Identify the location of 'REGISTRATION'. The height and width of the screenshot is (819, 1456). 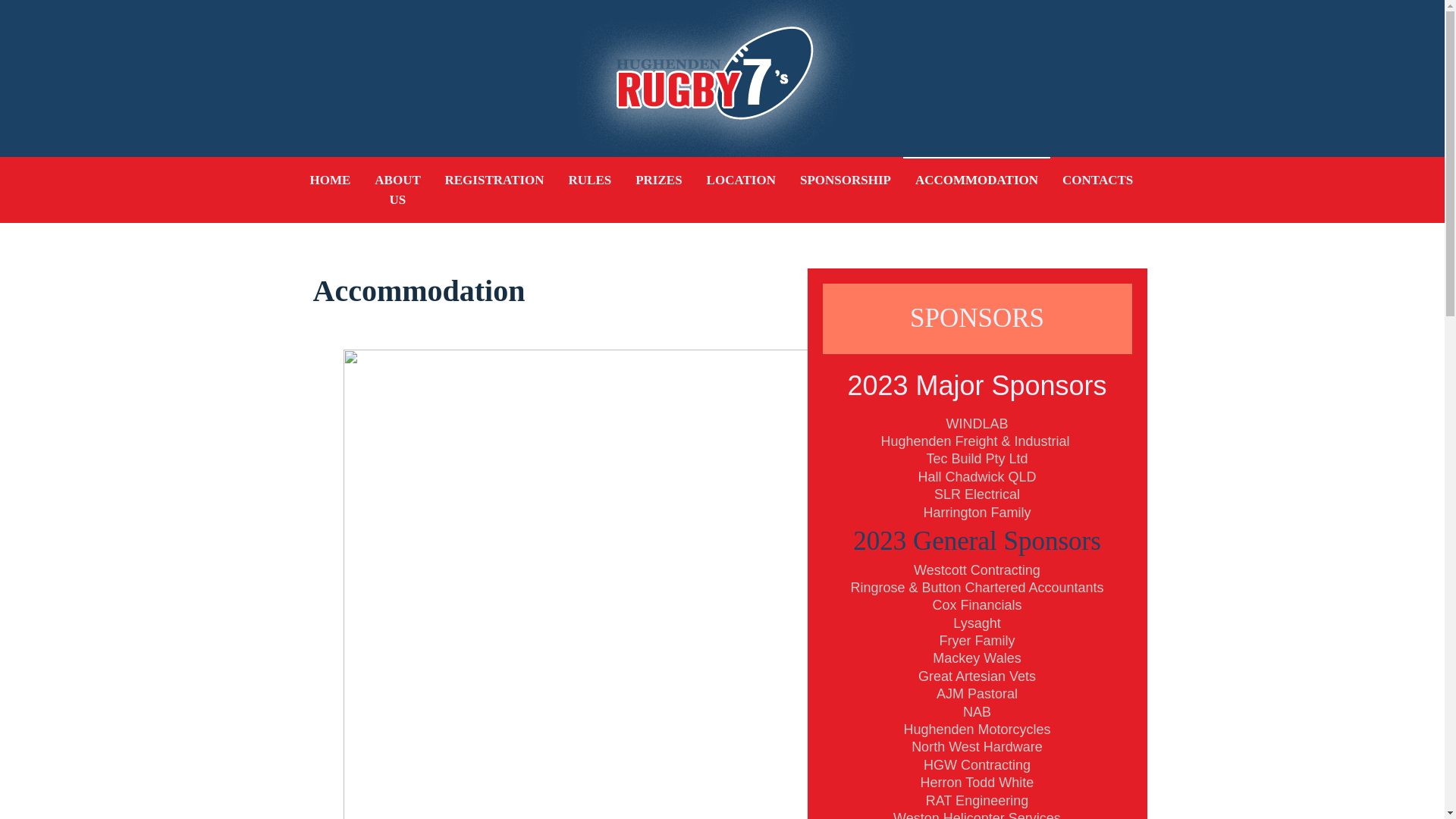
(494, 180).